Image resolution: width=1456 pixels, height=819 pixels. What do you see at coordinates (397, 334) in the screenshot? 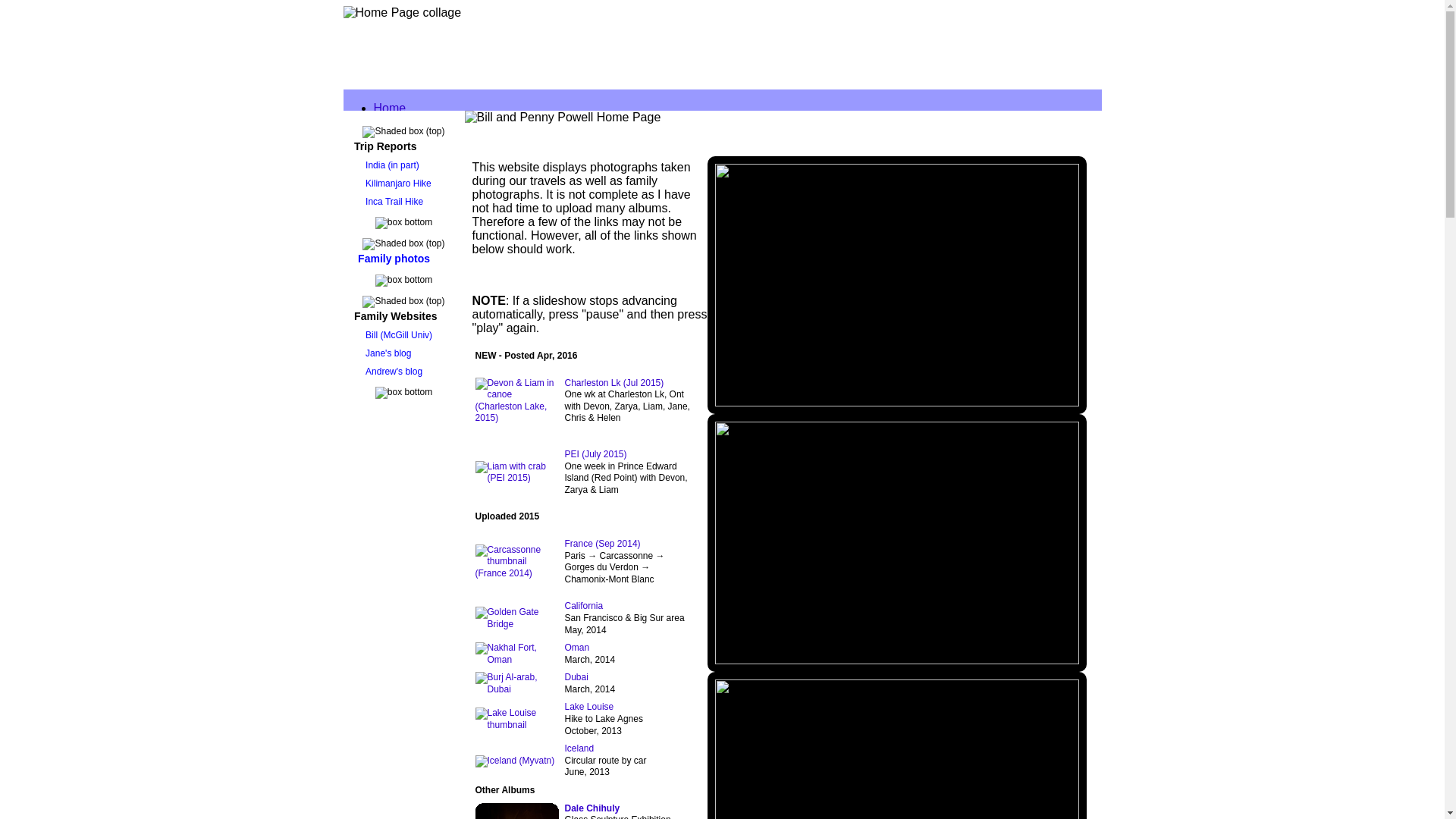
I see `'Bill (McGill Univ)'` at bounding box center [397, 334].